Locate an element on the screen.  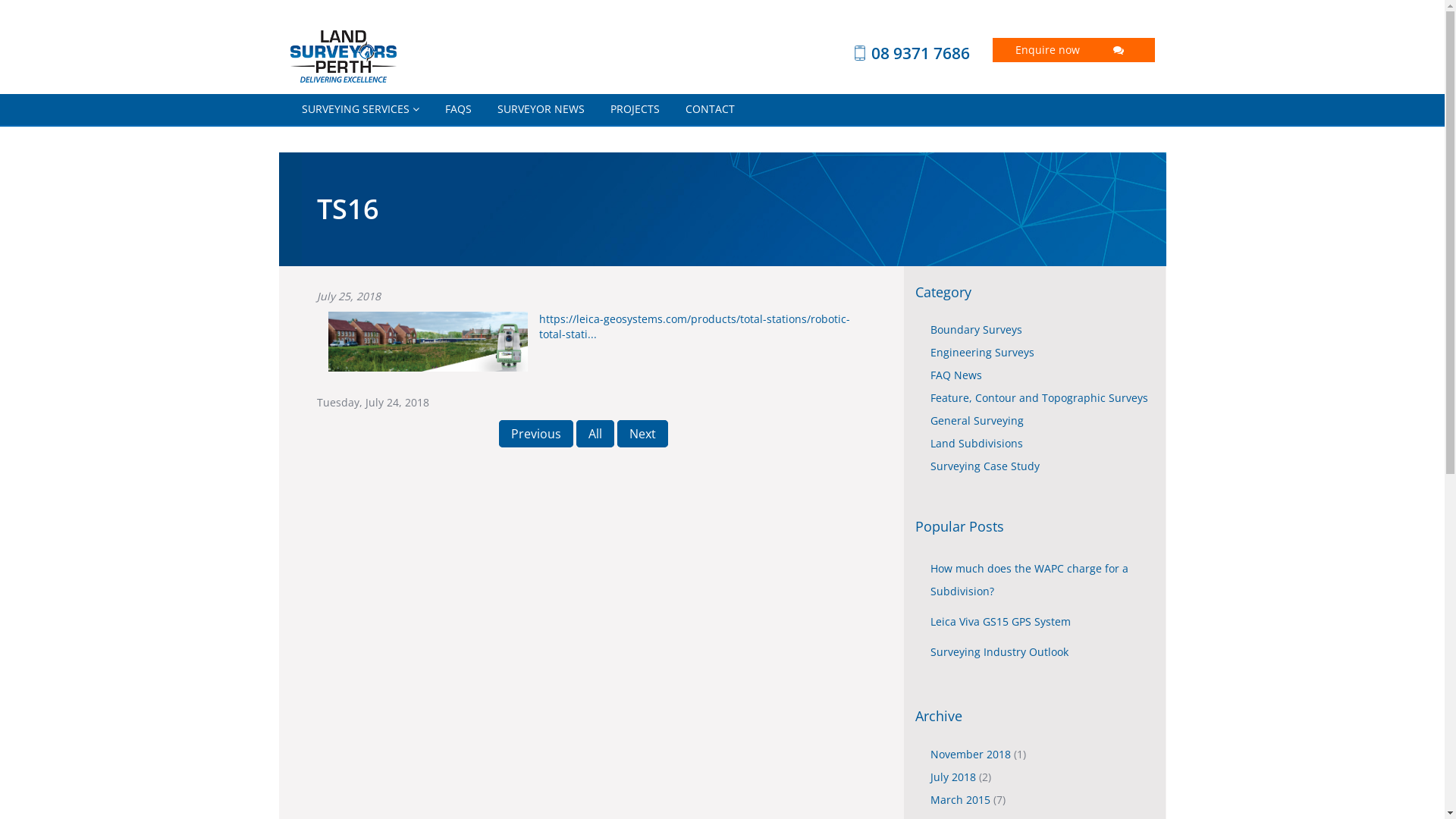
'Engineering Surveys' is located at coordinates (982, 352).